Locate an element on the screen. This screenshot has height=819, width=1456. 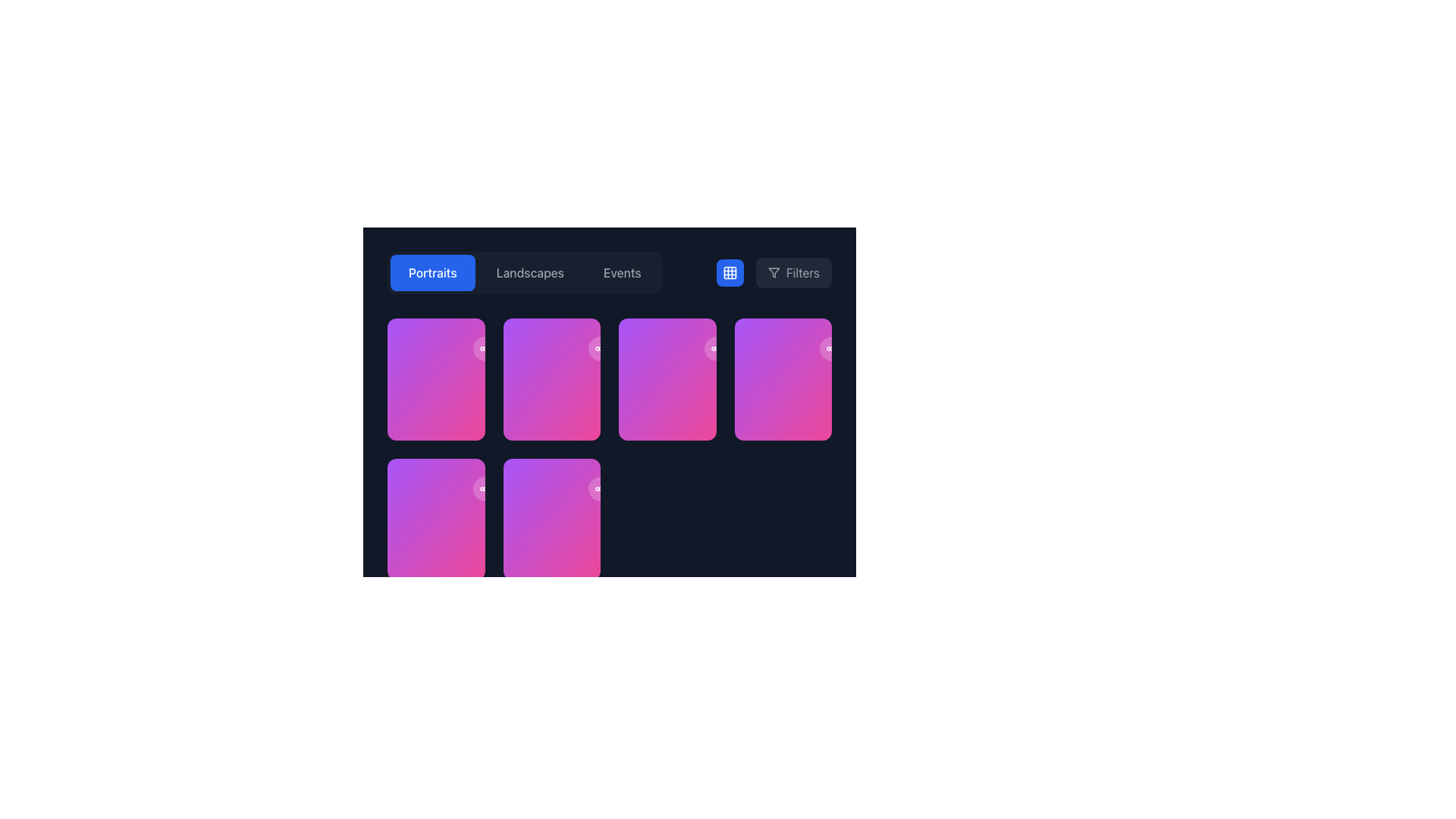
the filled square with rounded corners that is part of the grid-like icon, located to the right of the category buttons 'Portraits' and 'Landscapes', near the filter button is located at coordinates (730, 271).